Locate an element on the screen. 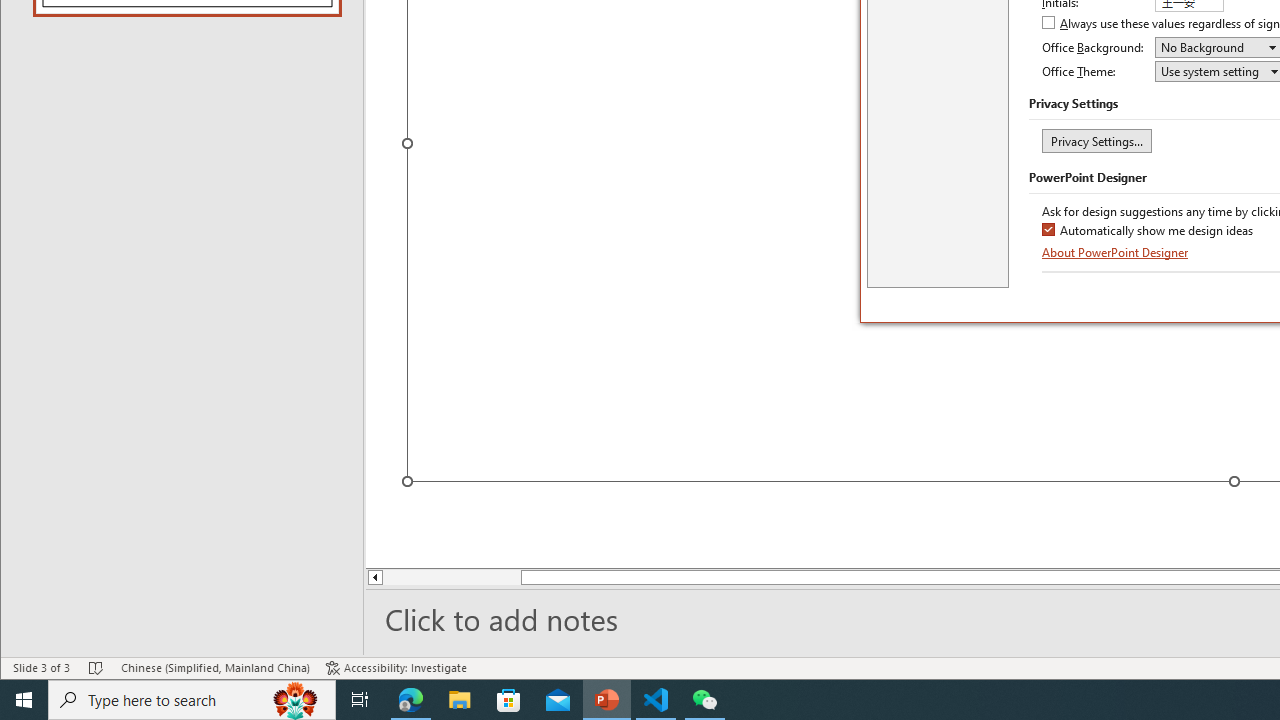 Image resolution: width=1280 pixels, height=720 pixels. 'Automatically show me design ideas' is located at coordinates (1149, 230).